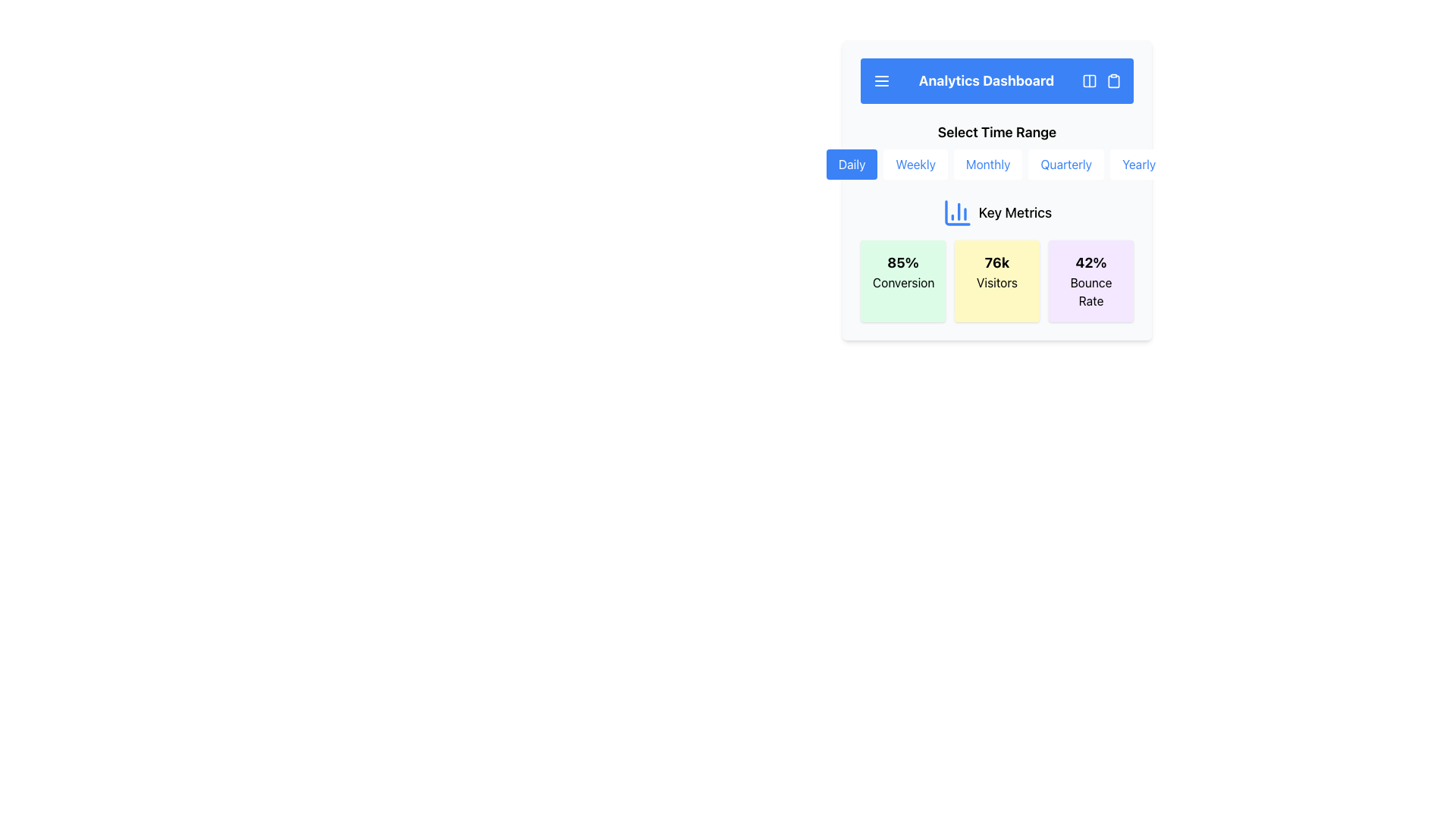 The width and height of the screenshot is (1456, 819). What do you see at coordinates (902, 262) in the screenshot?
I see `the text label displaying '85%' in bold font on a light green background, located at the top of a rectangular box within a grid-style layout` at bounding box center [902, 262].